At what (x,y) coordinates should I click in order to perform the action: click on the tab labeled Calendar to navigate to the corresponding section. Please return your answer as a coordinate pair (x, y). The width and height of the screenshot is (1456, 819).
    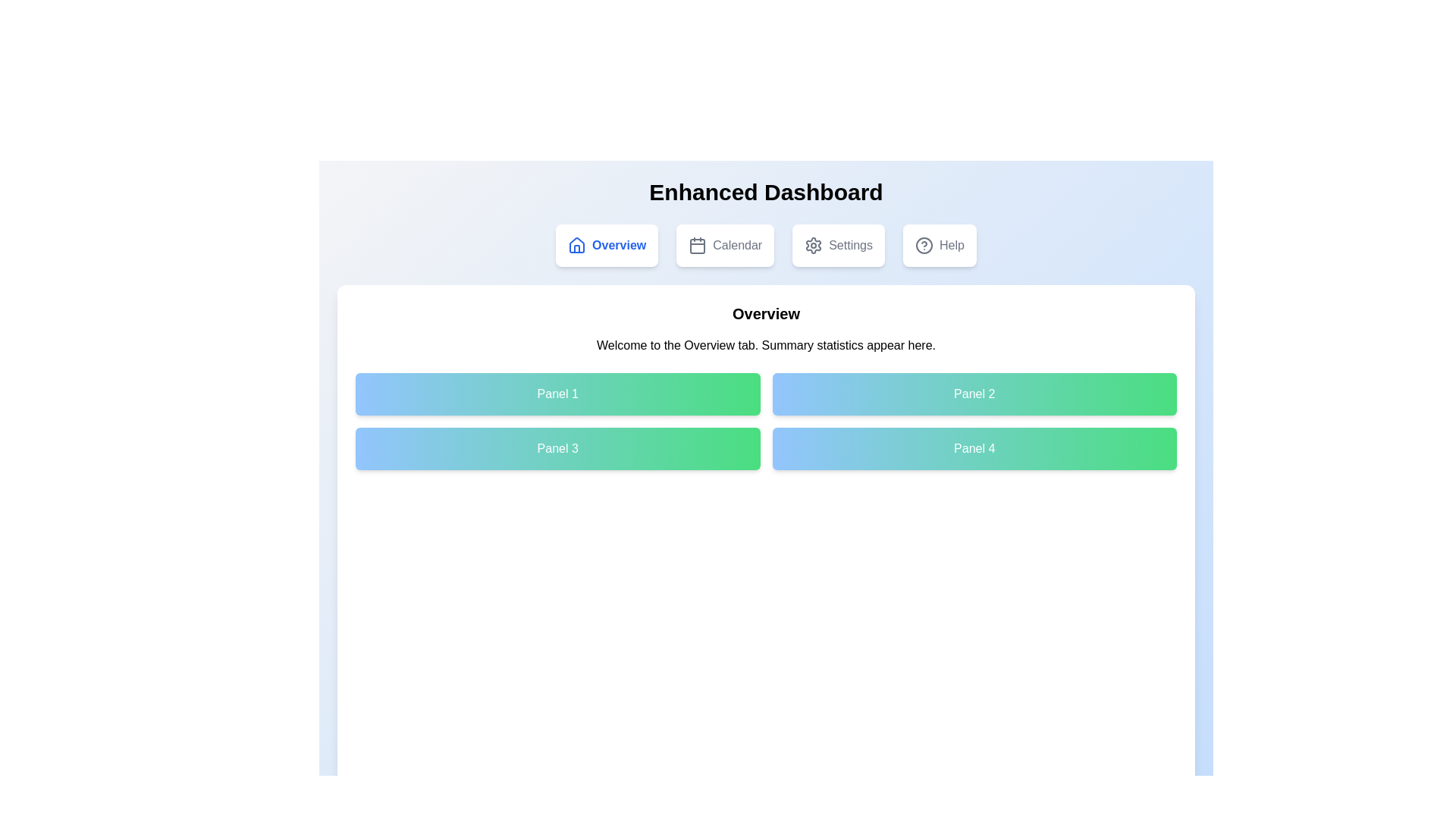
    Looking at the image, I should click on (724, 245).